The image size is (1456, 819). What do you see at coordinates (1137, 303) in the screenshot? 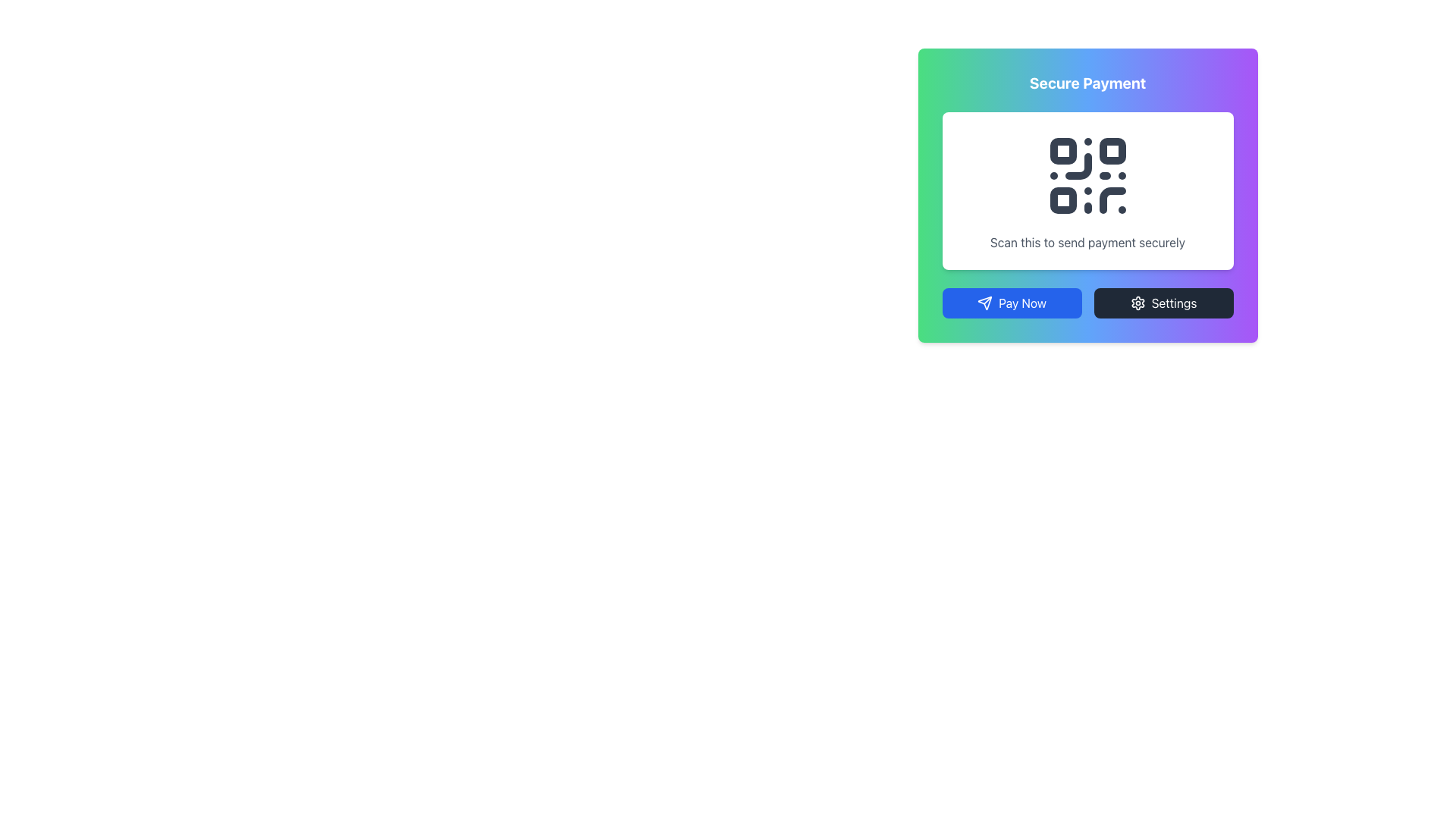
I see `the cogwheel icon representing settings, located near the bottom-right corner of the interface` at bounding box center [1137, 303].